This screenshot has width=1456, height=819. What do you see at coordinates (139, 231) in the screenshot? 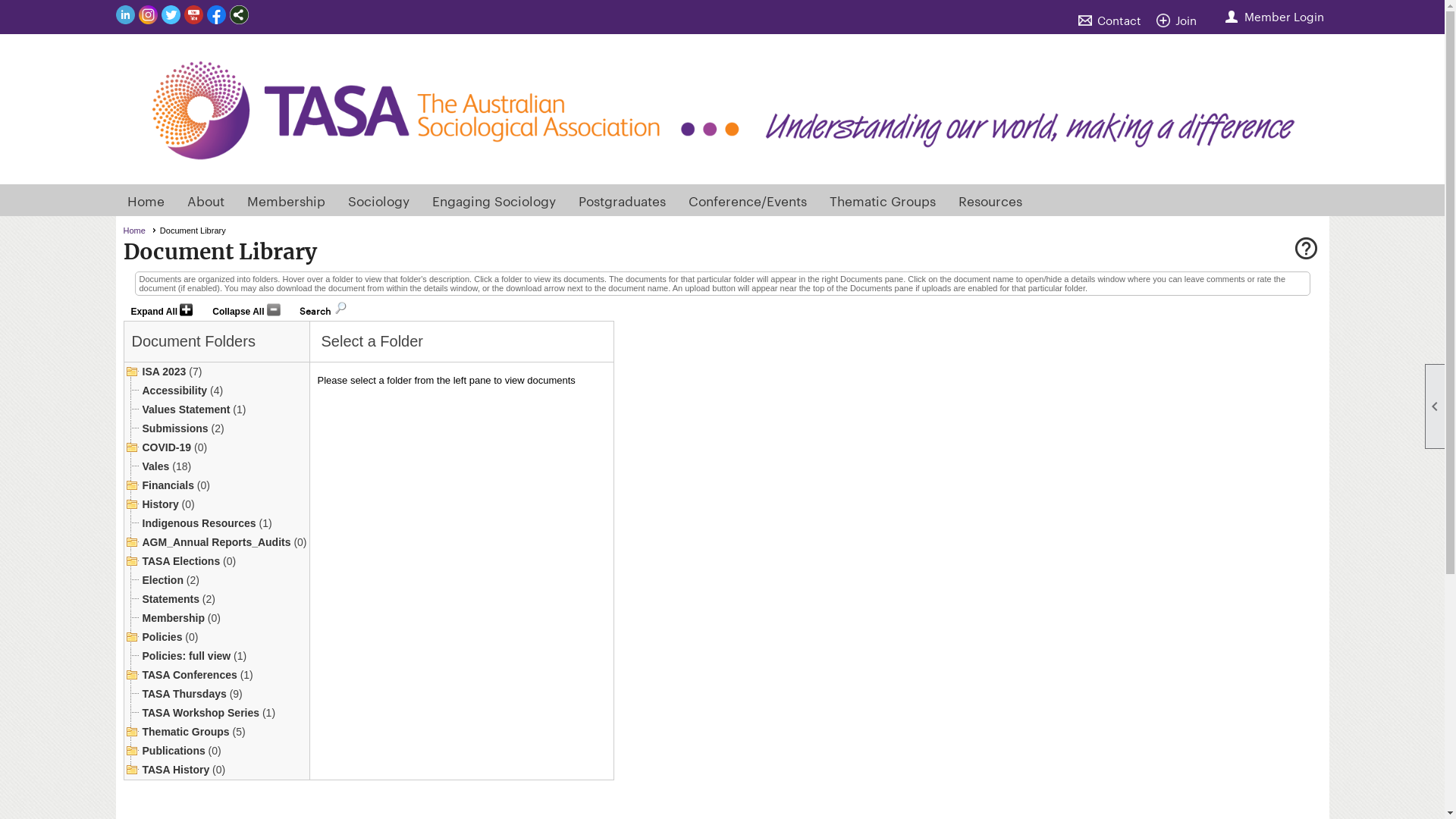
I see `'Home'` at bounding box center [139, 231].